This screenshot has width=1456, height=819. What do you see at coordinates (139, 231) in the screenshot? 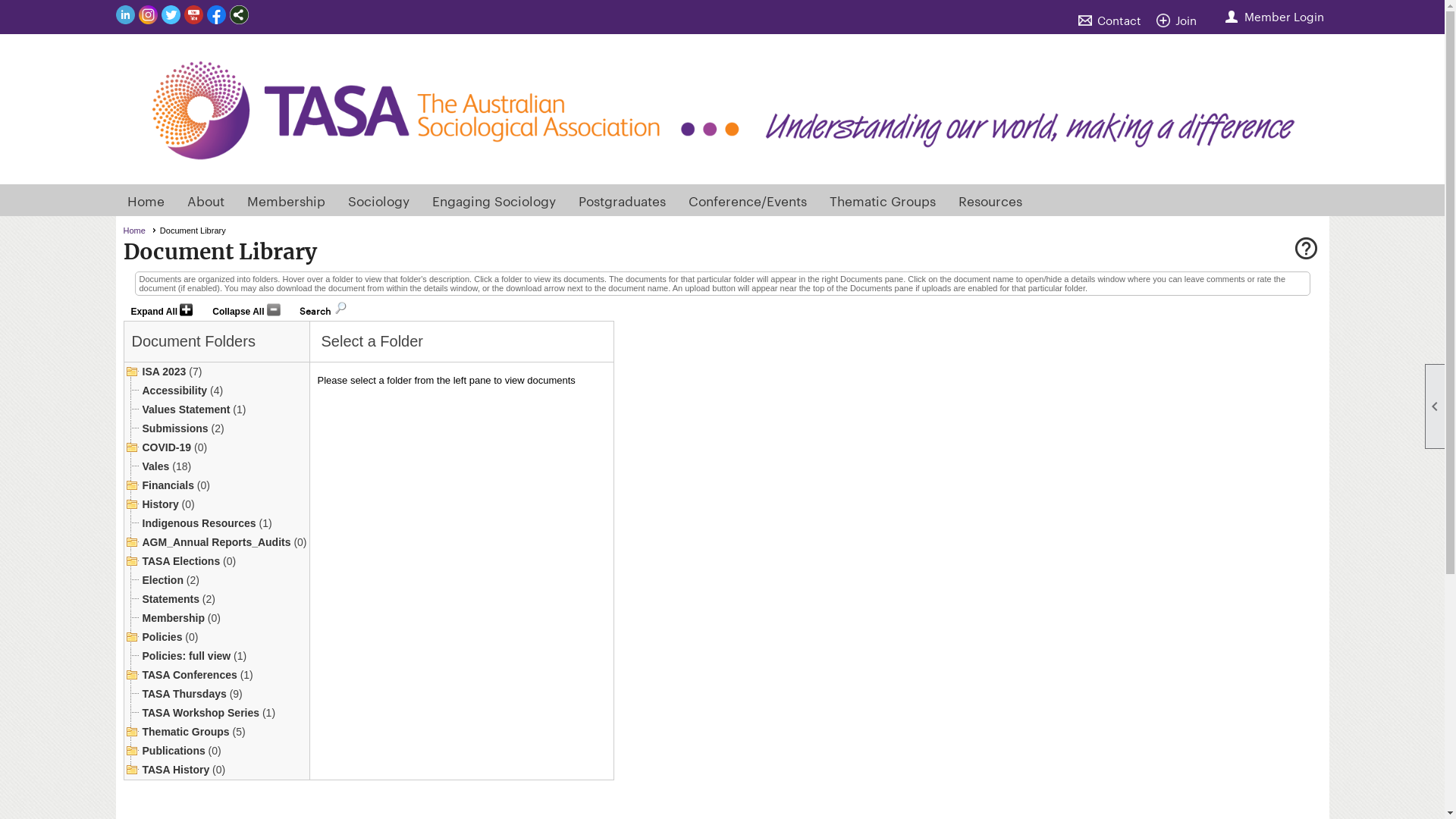
I see `'Home'` at bounding box center [139, 231].